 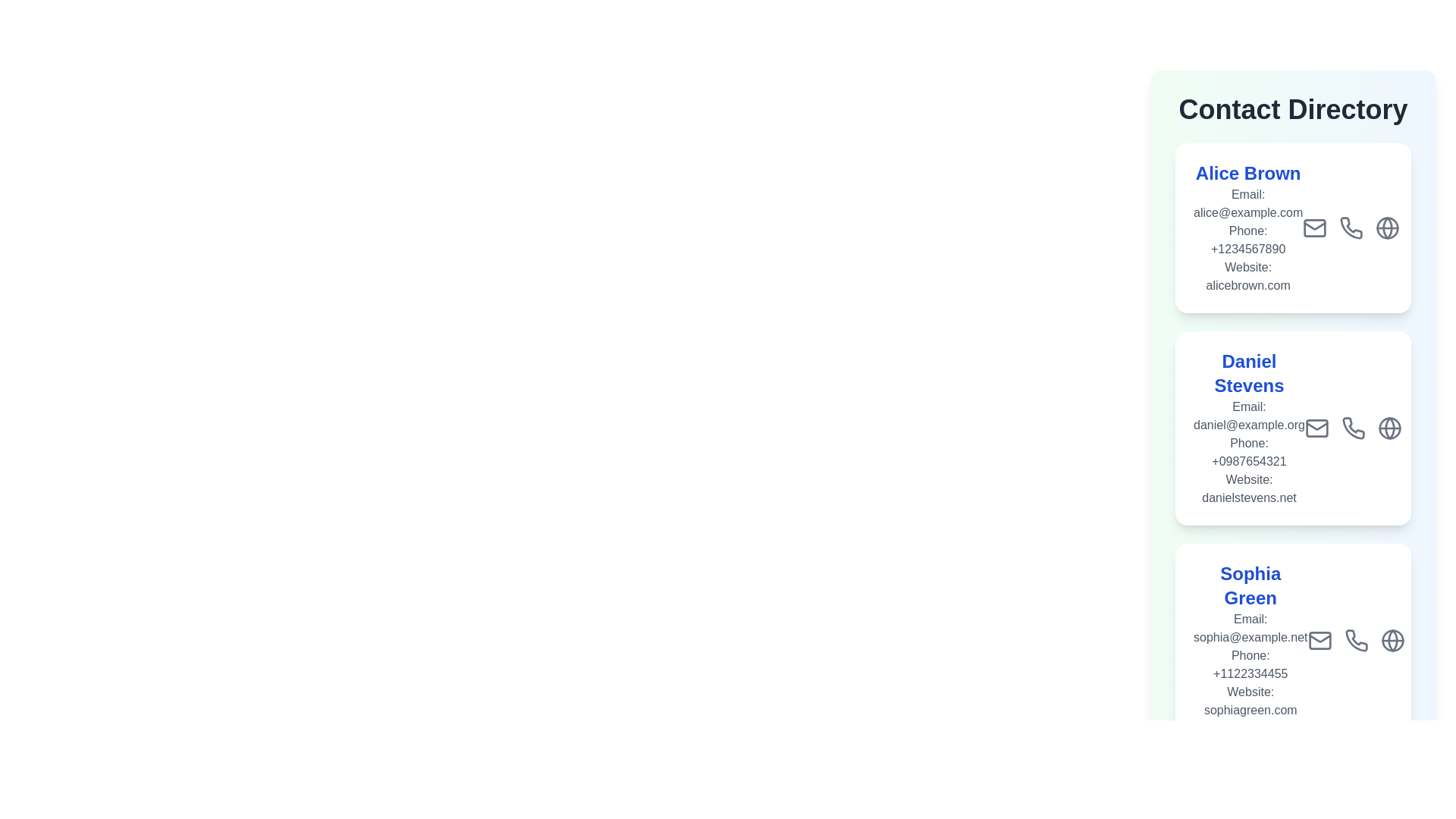 I want to click on the text element corresponding to Alice Brown, so click(x=1248, y=172).